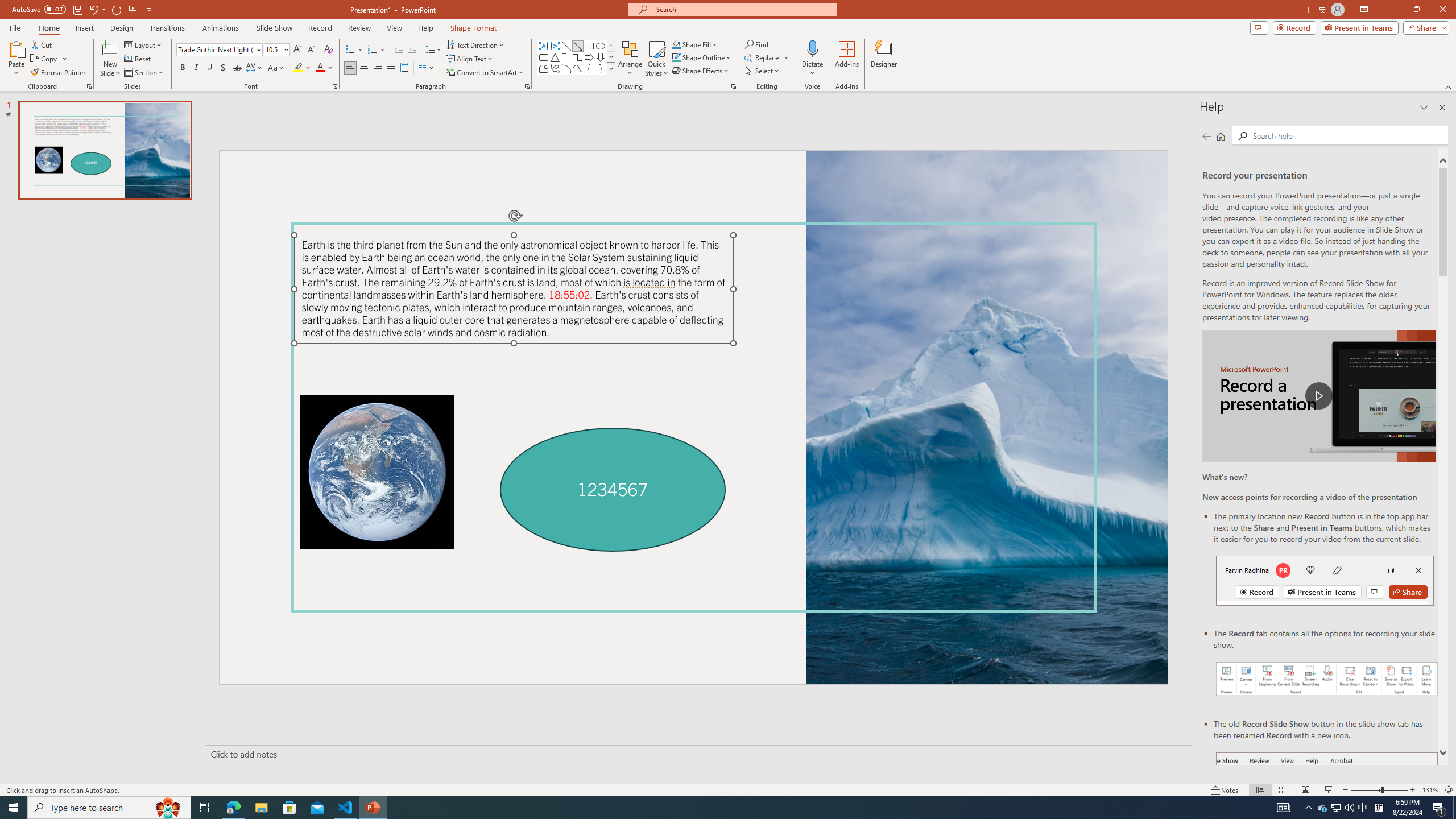 This screenshot has height=819, width=1456. Describe the element at coordinates (1430, 790) in the screenshot. I see `'Zoom 131%'` at that location.